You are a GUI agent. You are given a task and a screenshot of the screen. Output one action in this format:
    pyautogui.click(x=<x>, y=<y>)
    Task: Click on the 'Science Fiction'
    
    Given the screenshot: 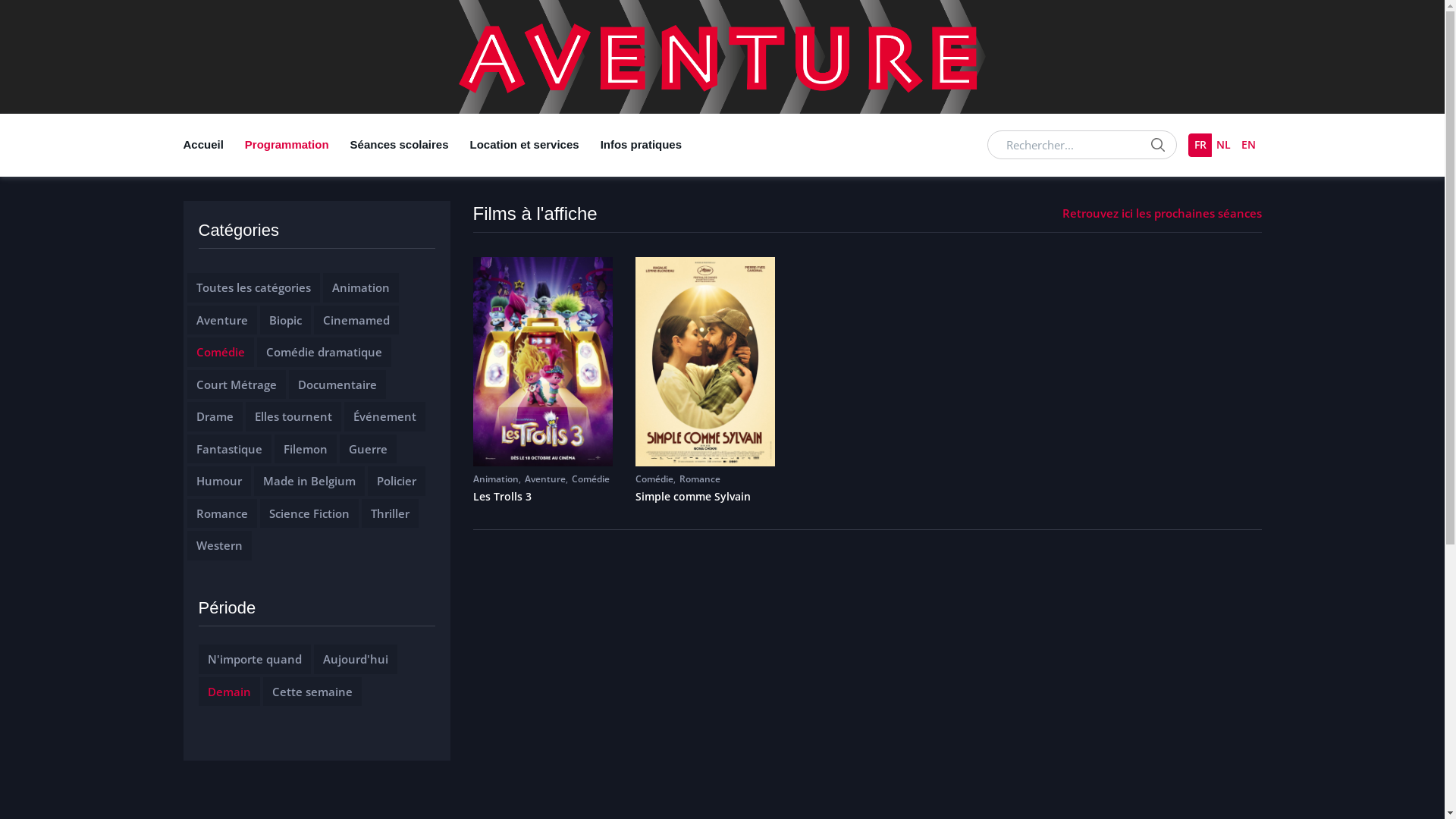 What is the action you would take?
    pyautogui.click(x=308, y=513)
    